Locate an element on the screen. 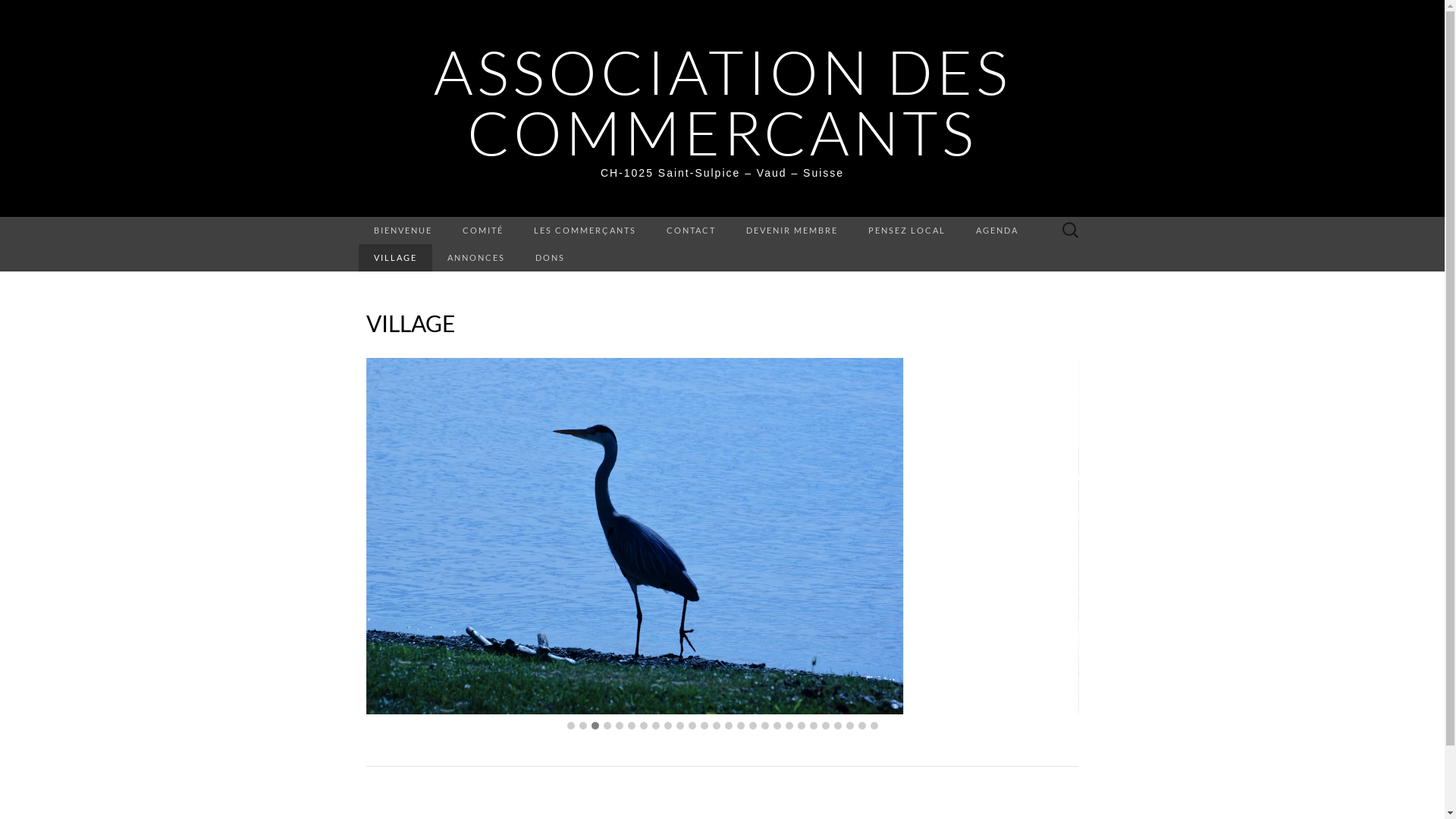  'VILLAGE' is located at coordinates (394, 256).